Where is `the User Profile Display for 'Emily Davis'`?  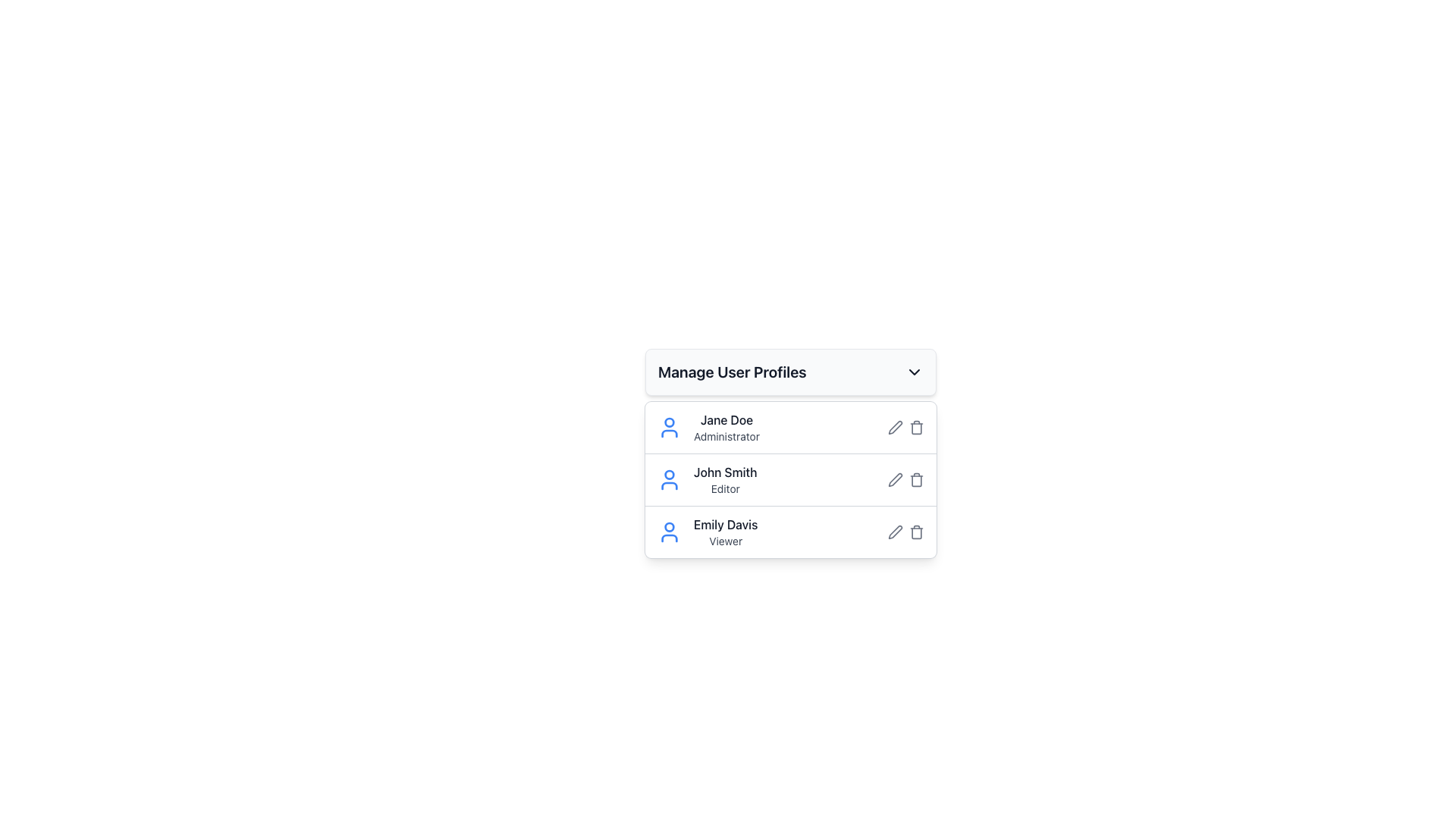
the User Profile Display for 'Emily Davis' is located at coordinates (789, 531).